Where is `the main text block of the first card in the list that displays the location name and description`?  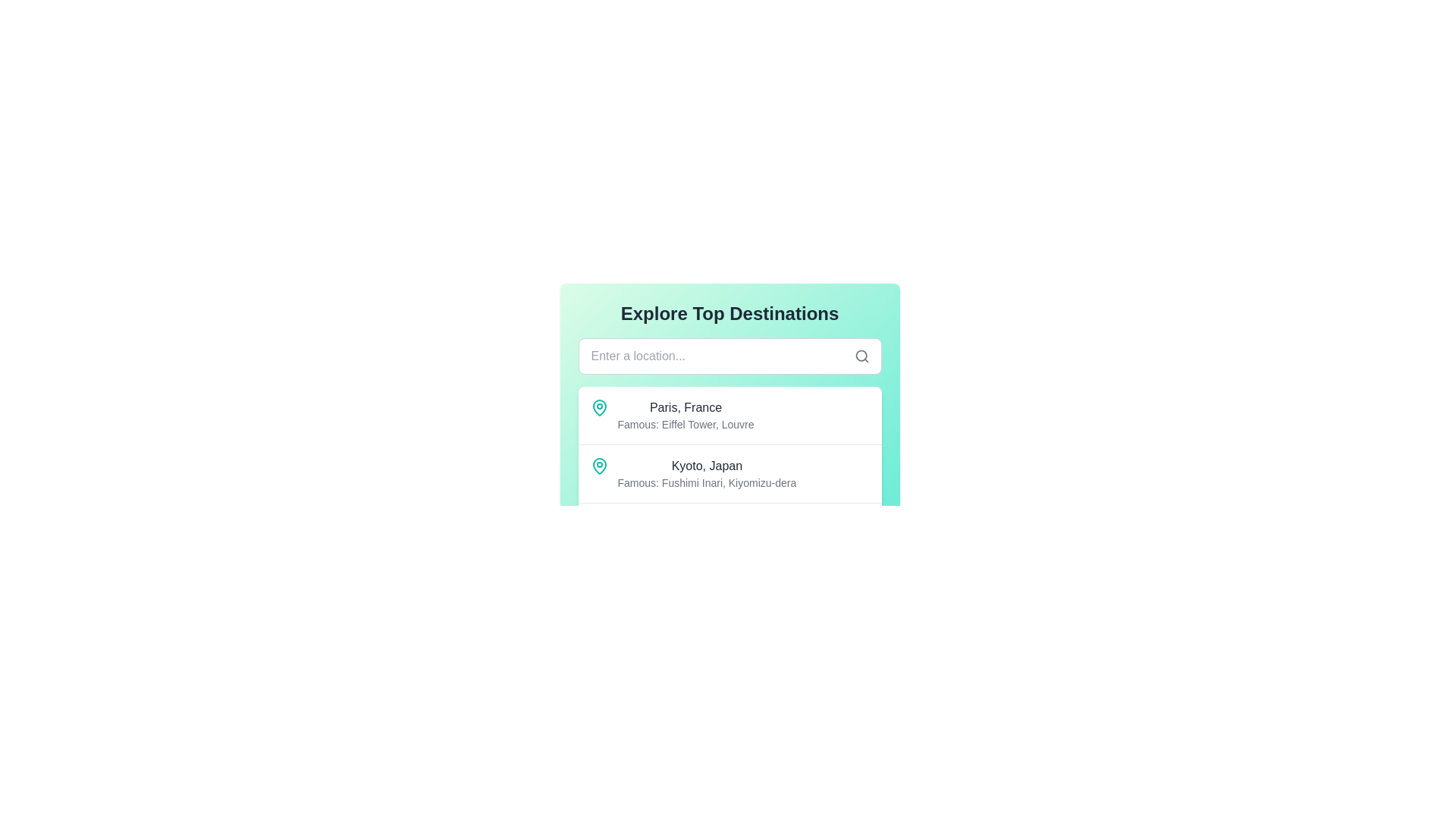 the main text block of the first card in the list that displays the location name and description is located at coordinates (685, 415).